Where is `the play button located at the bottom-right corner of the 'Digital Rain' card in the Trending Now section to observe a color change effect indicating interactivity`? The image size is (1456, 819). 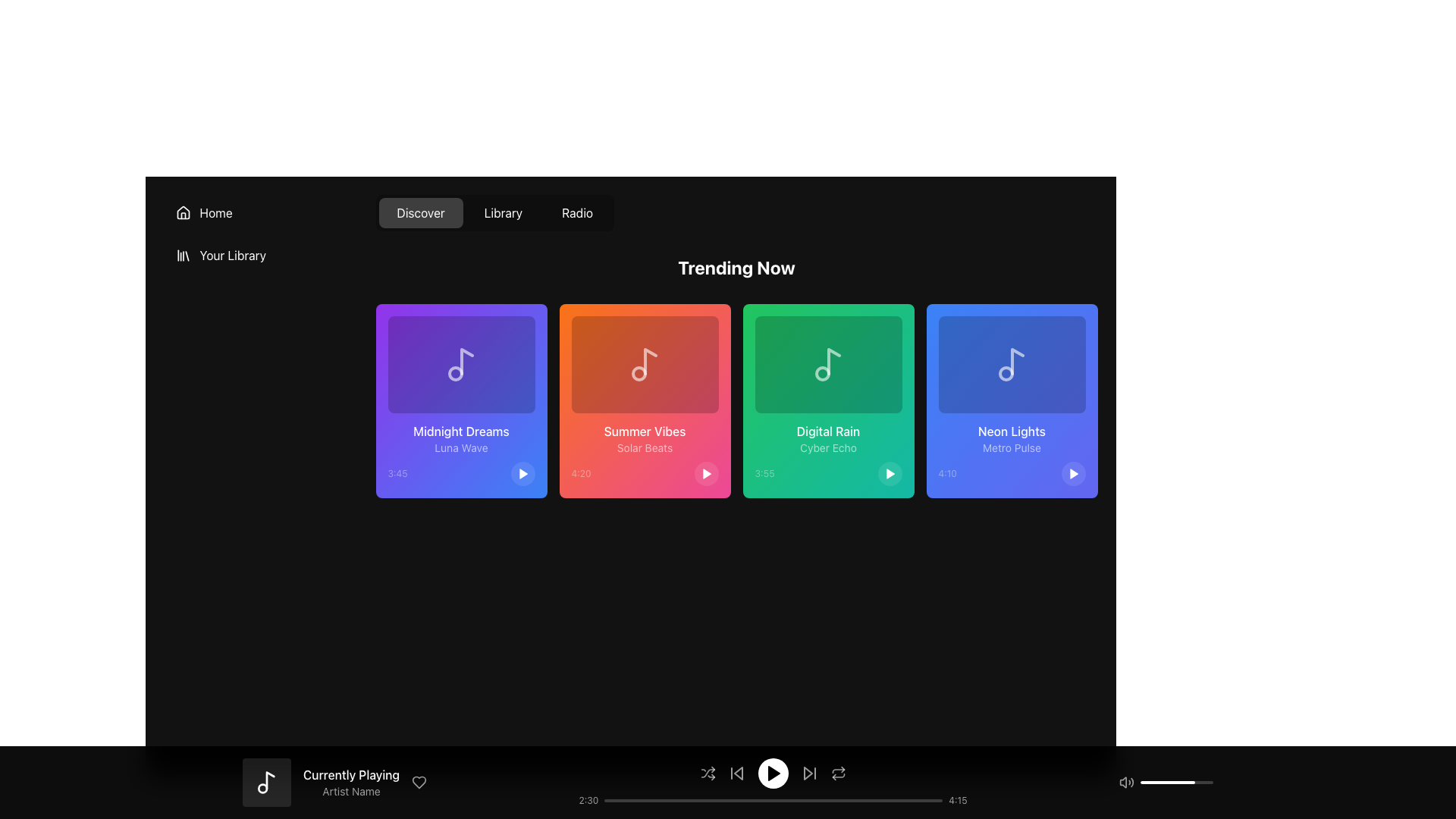
the play button located at the bottom-right corner of the 'Digital Rain' card in the Trending Now section to observe a color change effect indicating interactivity is located at coordinates (890, 472).